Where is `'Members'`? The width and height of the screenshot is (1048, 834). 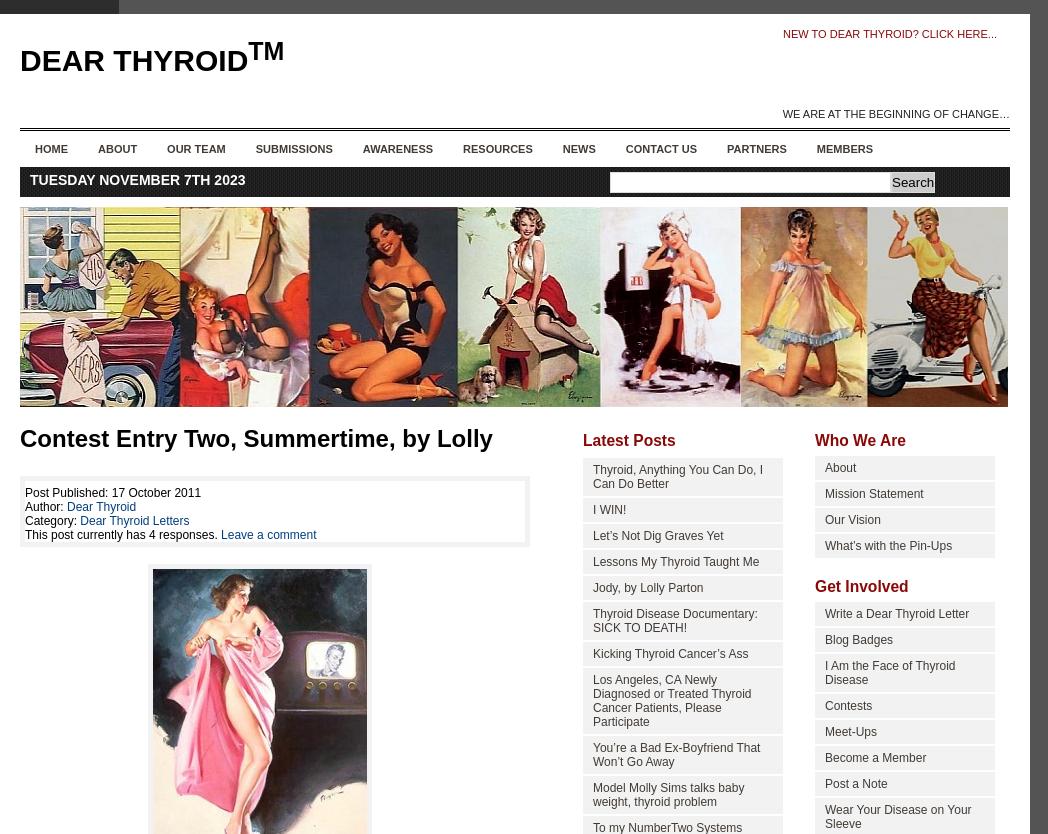 'Members' is located at coordinates (844, 149).